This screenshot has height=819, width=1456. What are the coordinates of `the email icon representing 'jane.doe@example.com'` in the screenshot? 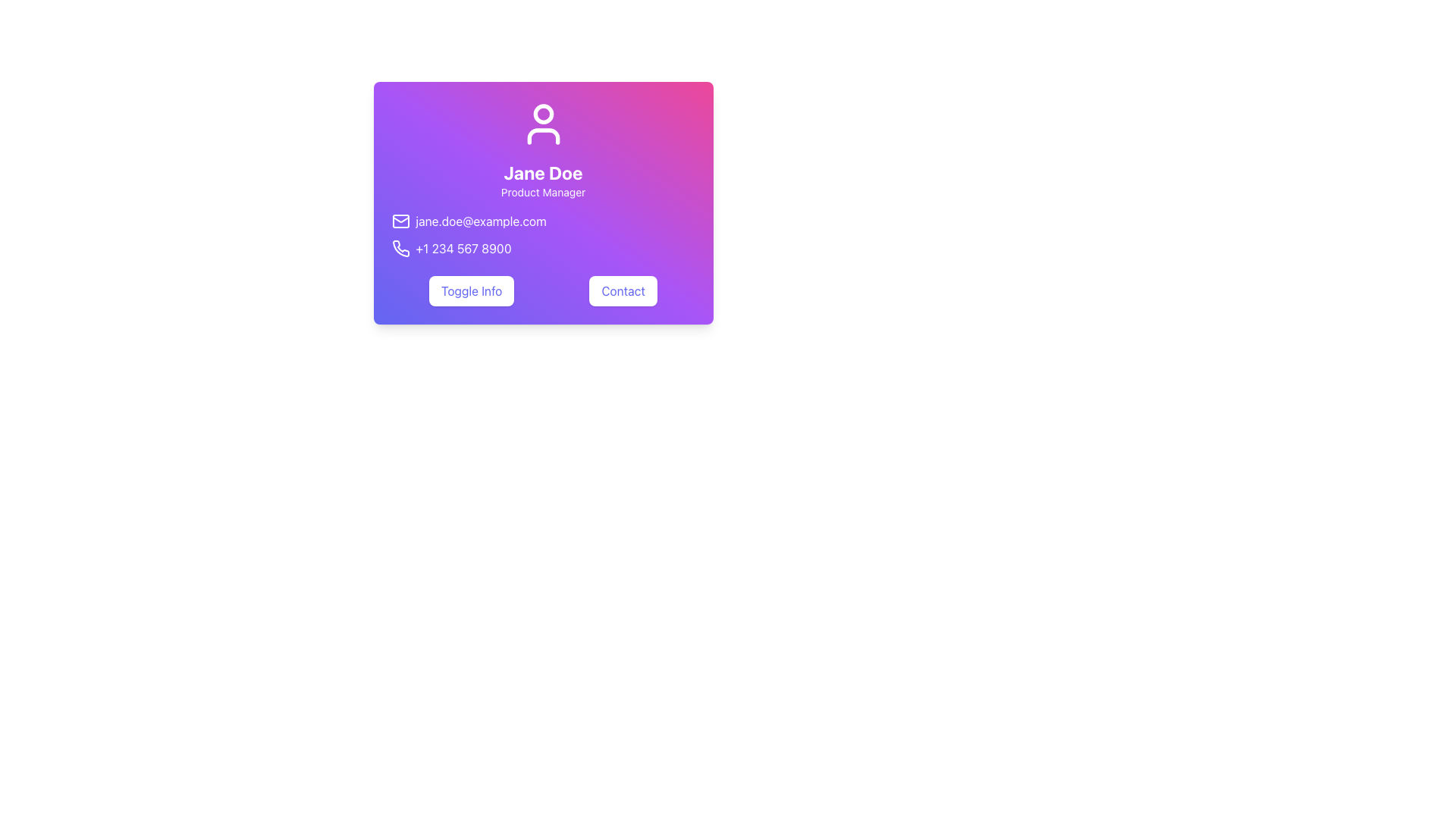 It's located at (400, 221).